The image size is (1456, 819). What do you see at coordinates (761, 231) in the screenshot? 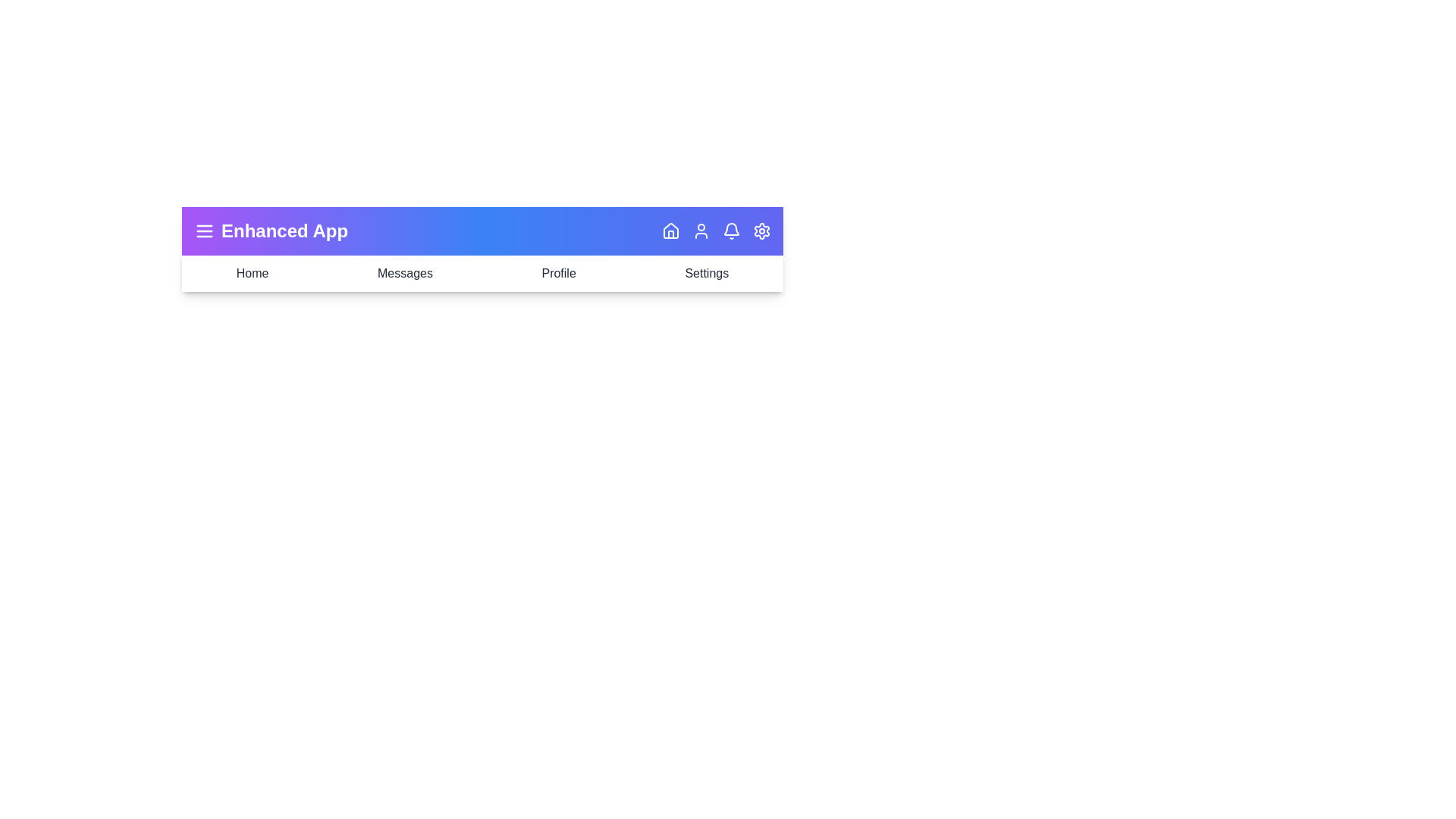
I see `the Settings icon in the navigation bar` at bounding box center [761, 231].